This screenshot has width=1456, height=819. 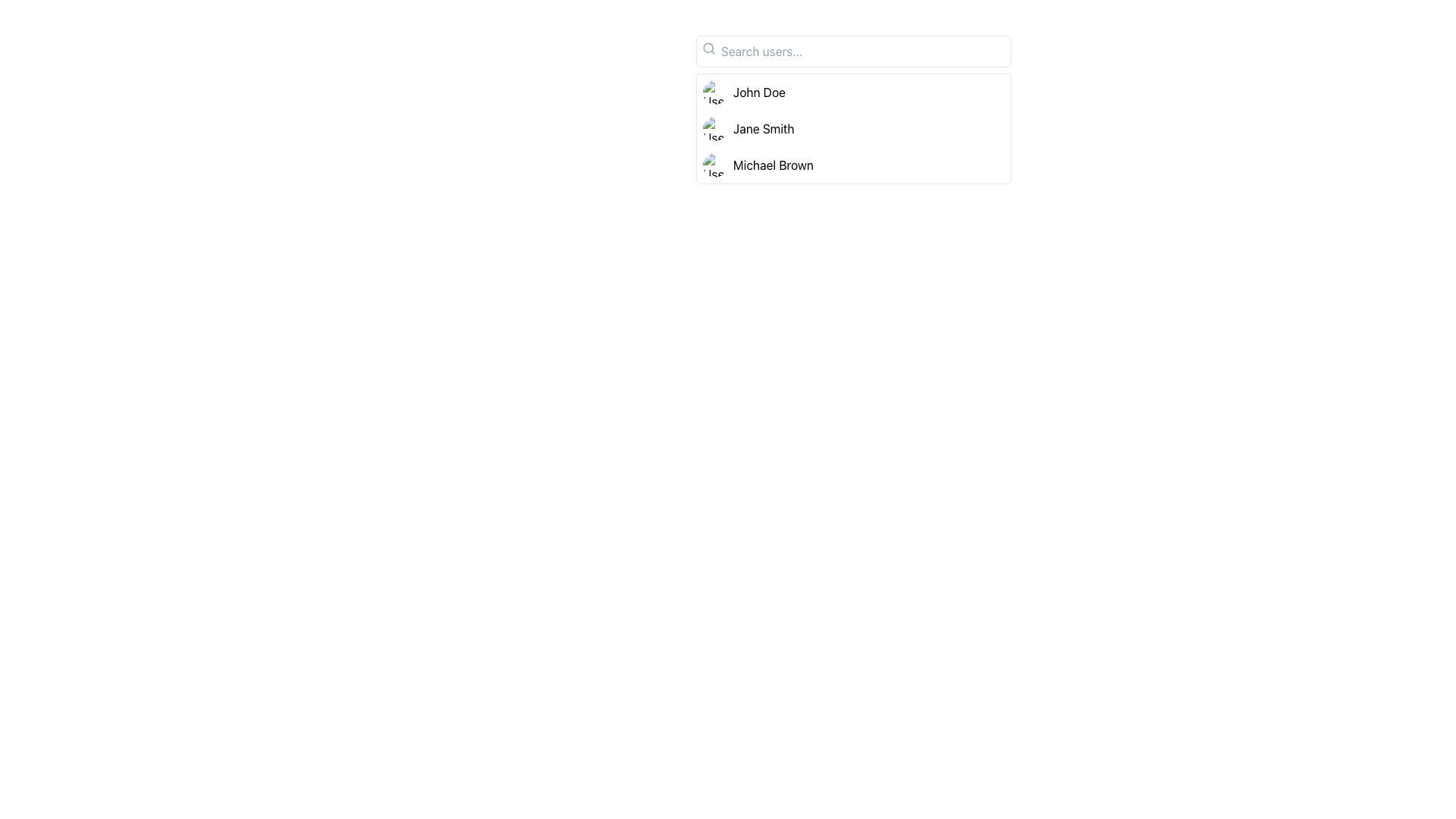 I want to click on the text display element showing the name 'Jane Smith' which is part of a user list and is positioned to the right of a circular profile image, so click(x=764, y=127).